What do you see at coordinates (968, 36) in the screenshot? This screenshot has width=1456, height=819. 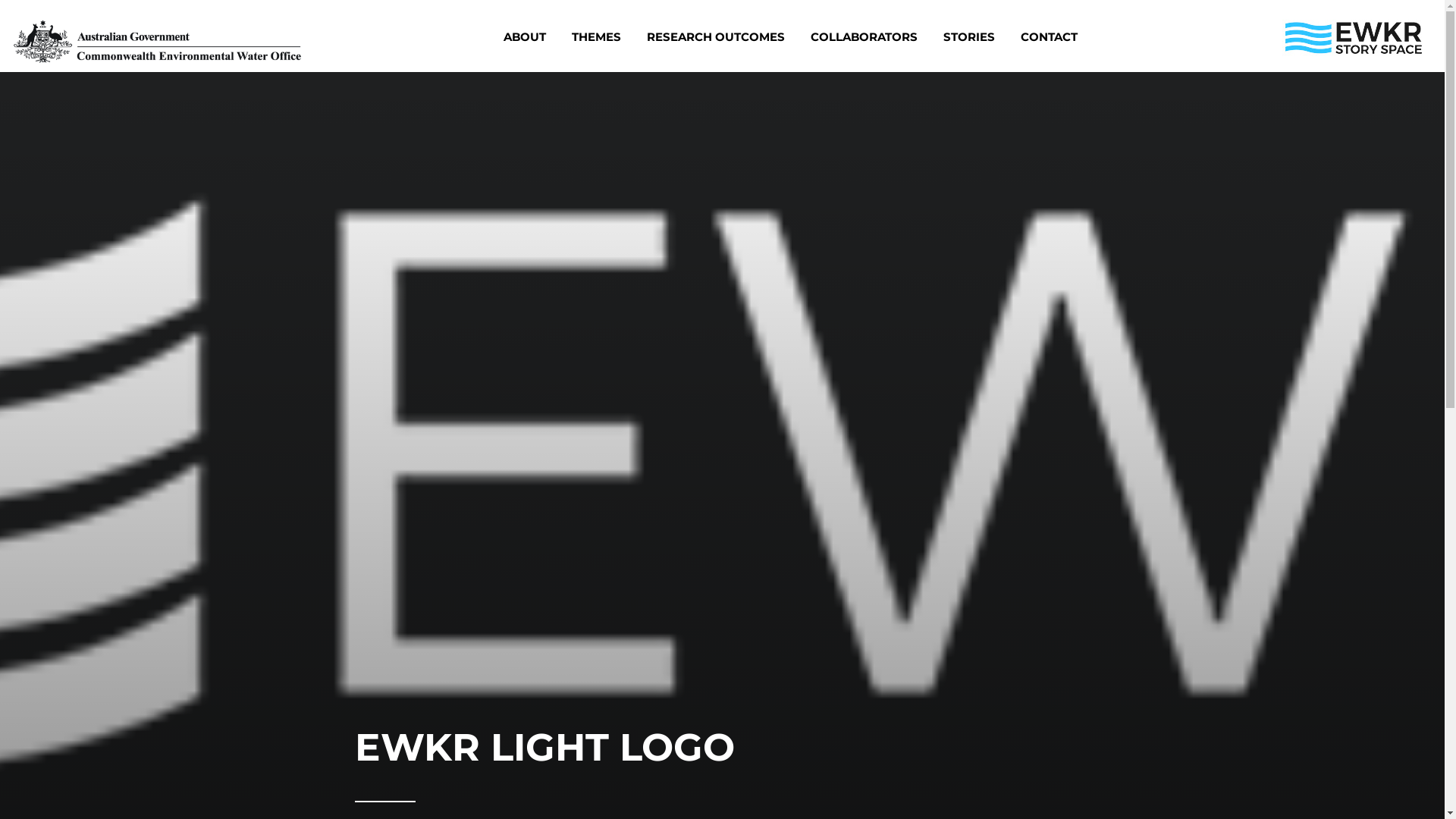 I see `'STORIES'` at bounding box center [968, 36].